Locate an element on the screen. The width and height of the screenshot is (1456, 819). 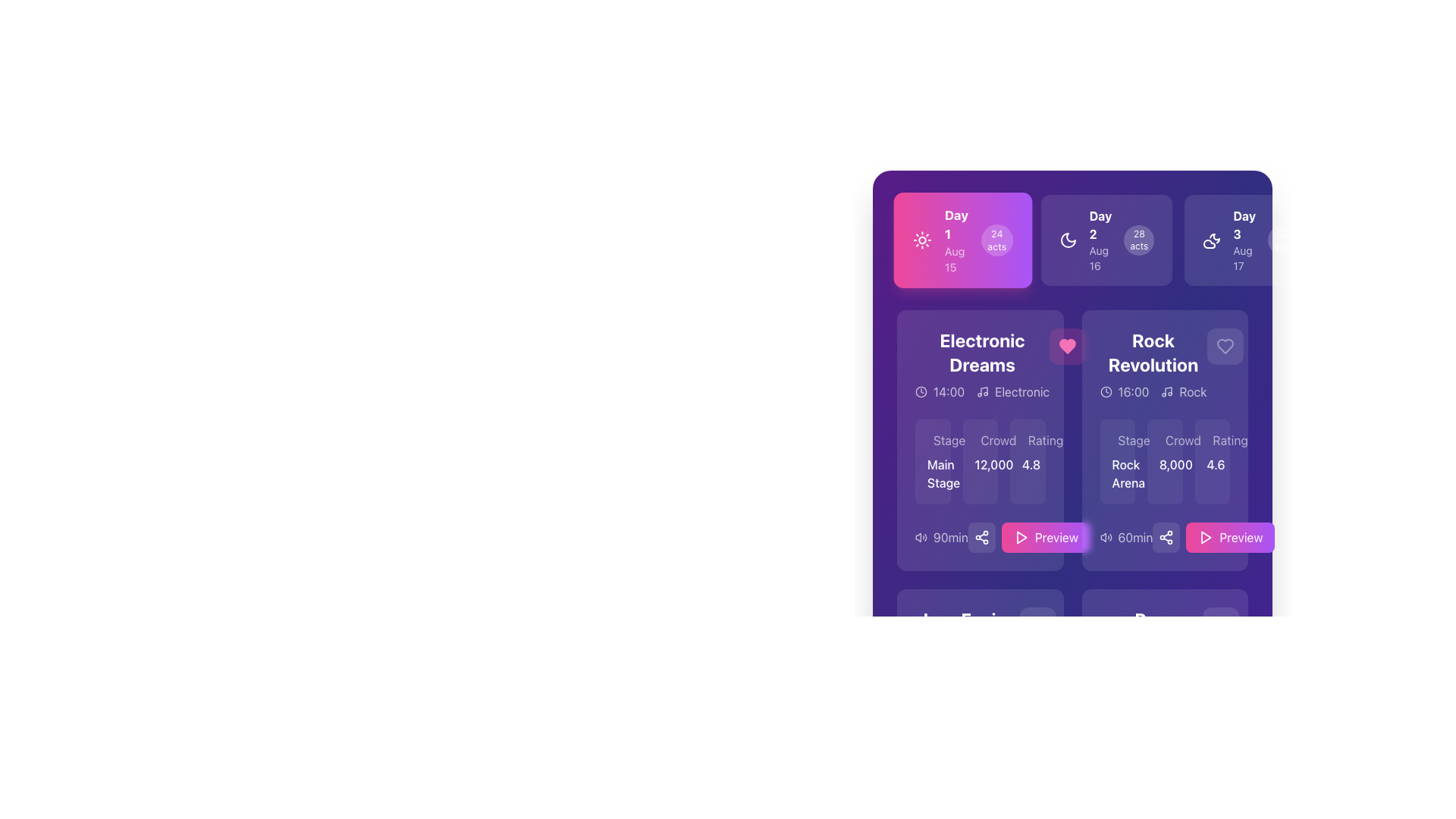
the heart icon located at the top-right section of the 'Electronic Dreams' card element is located at coordinates (1067, 346).